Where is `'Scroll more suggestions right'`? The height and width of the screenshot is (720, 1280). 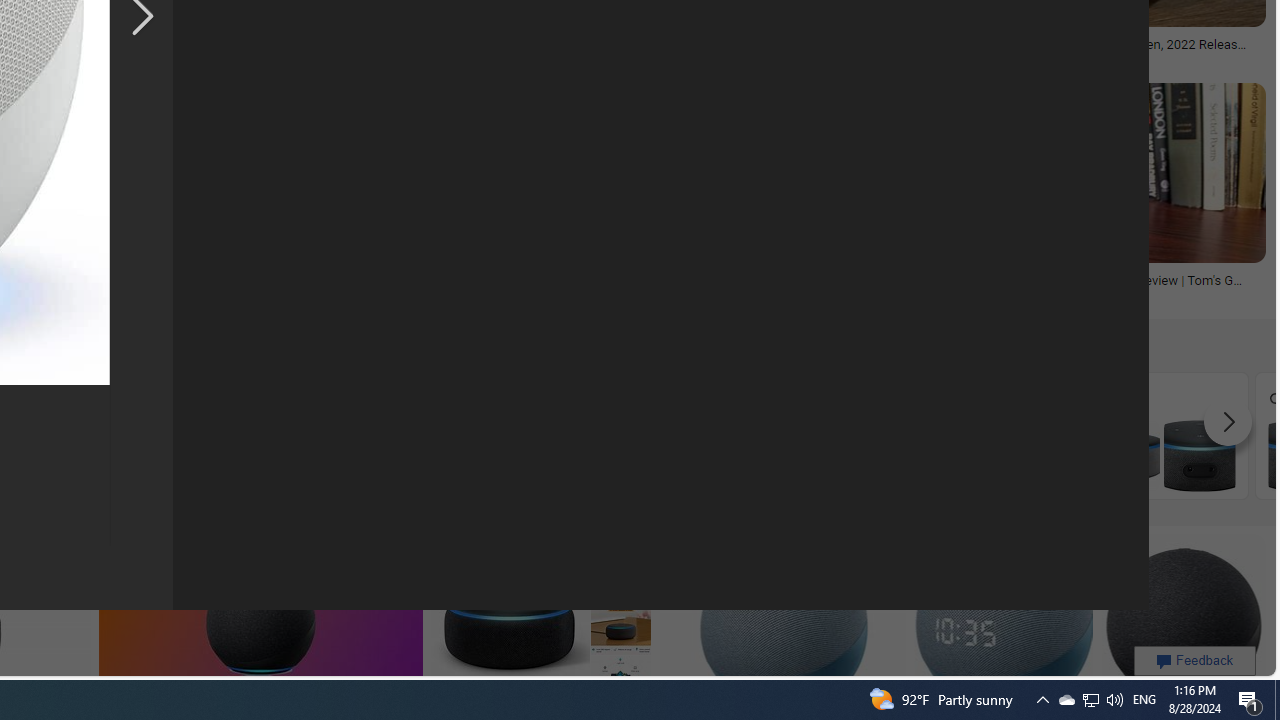
'Scroll more suggestions right' is located at coordinates (1227, 421).